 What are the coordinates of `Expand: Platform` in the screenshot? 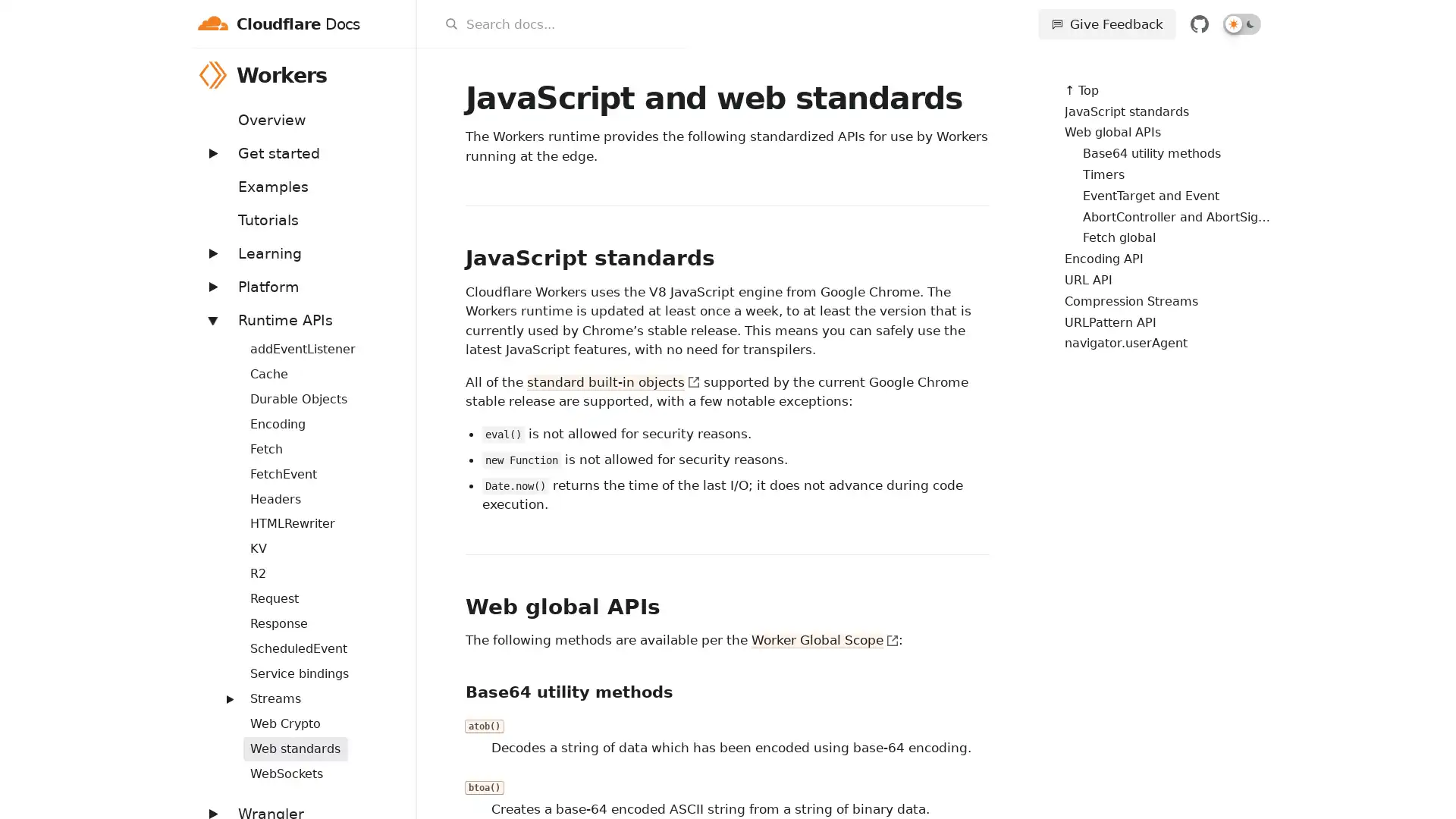 It's located at (211, 286).